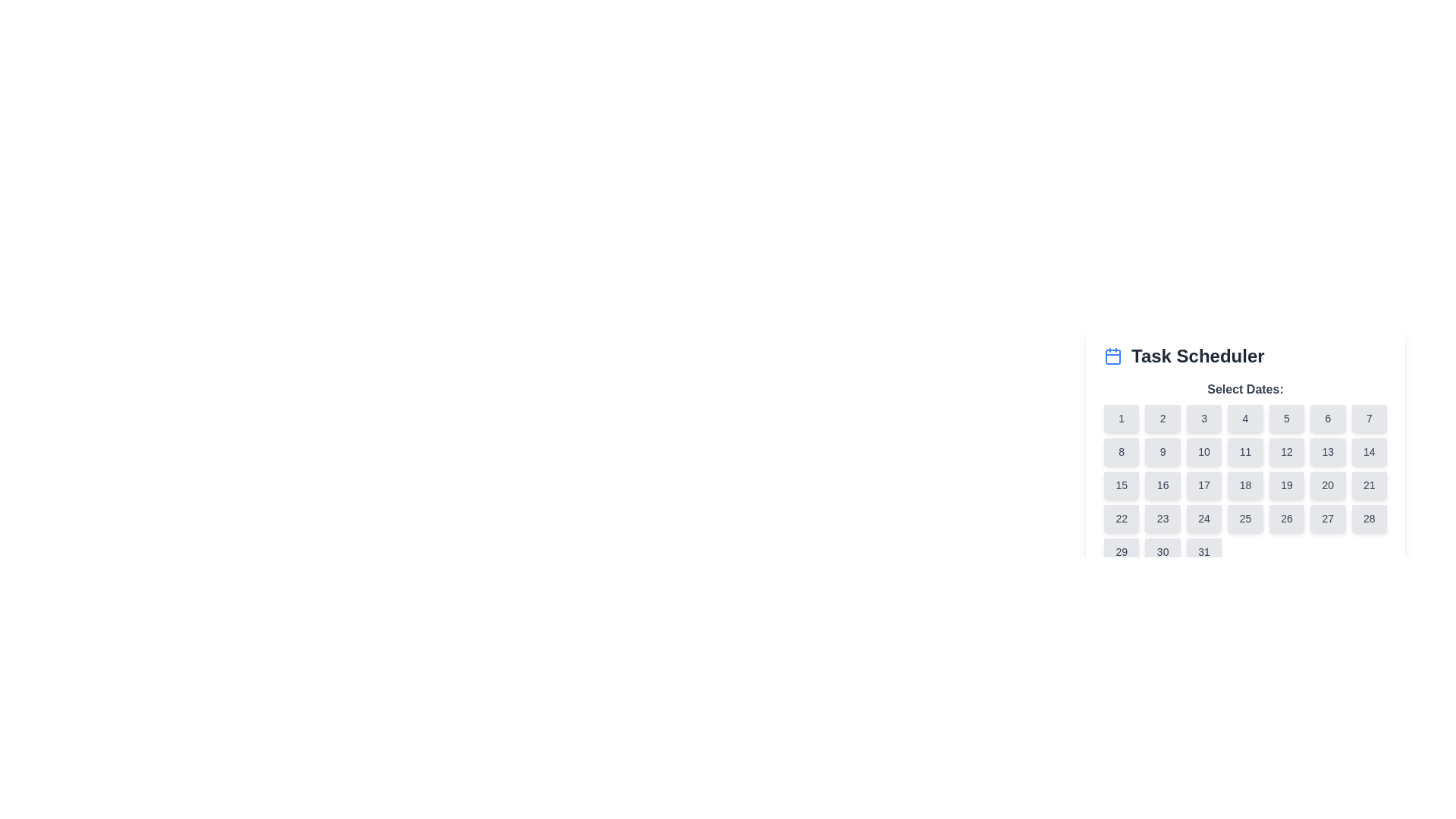 The height and width of the screenshot is (819, 1456). I want to click on the Interactive calendar day button labeled '3', so click(1203, 418).